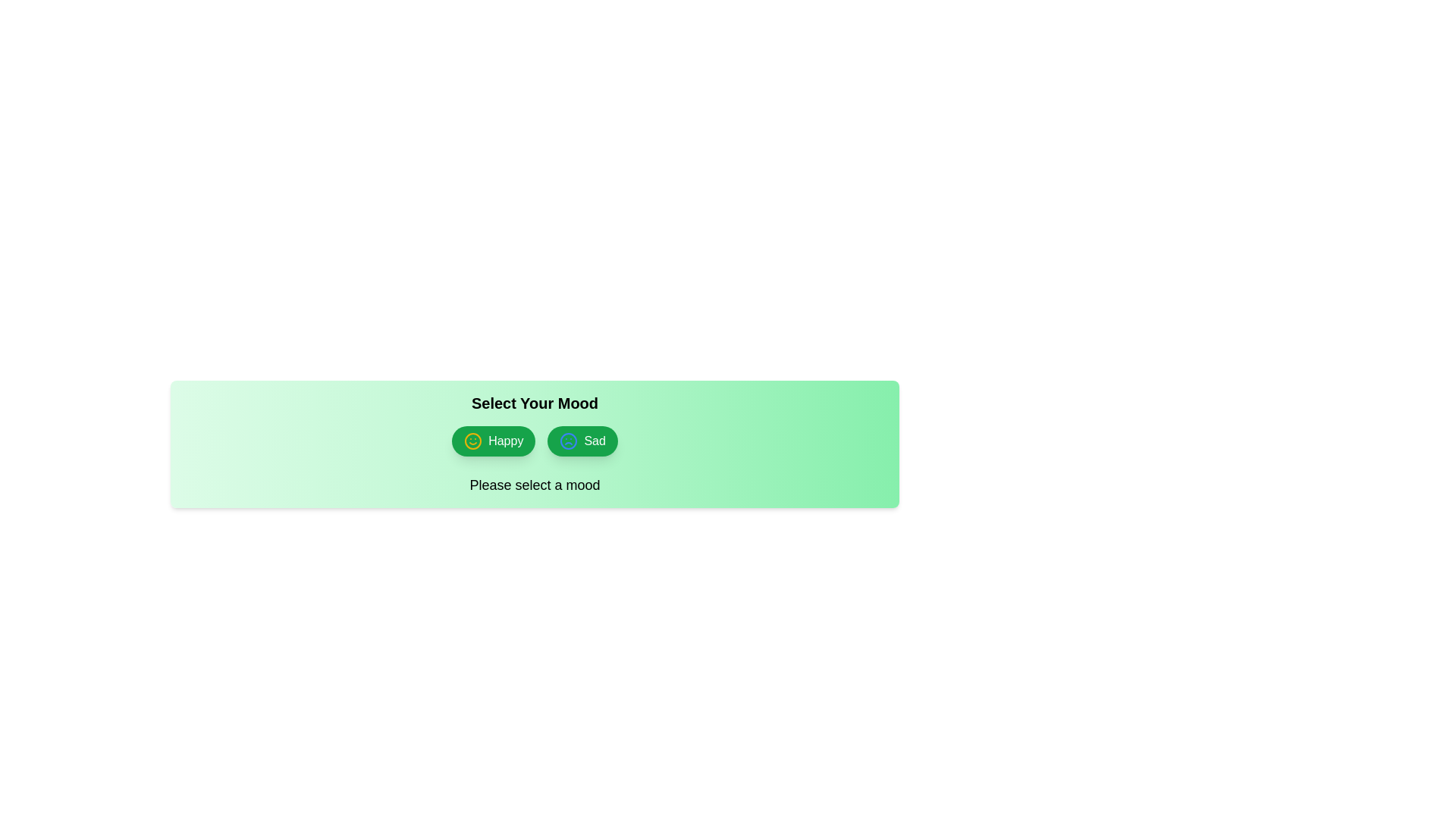 This screenshot has height=819, width=1456. Describe the element at coordinates (582, 441) in the screenshot. I see `the Sad button to observe the hover effect` at that location.